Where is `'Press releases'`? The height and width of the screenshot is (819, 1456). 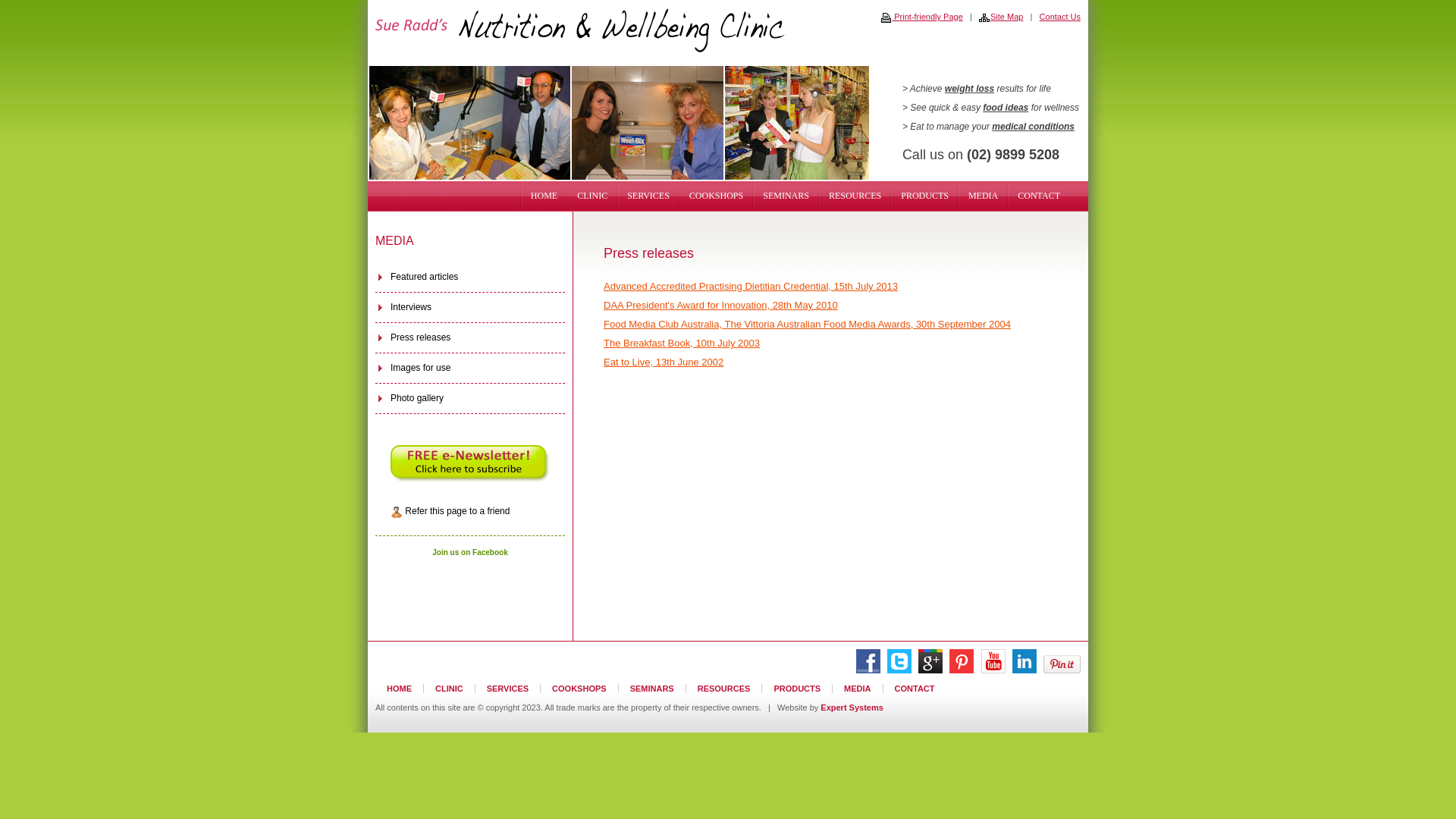 'Press releases' is located at coordinates (469, 337).